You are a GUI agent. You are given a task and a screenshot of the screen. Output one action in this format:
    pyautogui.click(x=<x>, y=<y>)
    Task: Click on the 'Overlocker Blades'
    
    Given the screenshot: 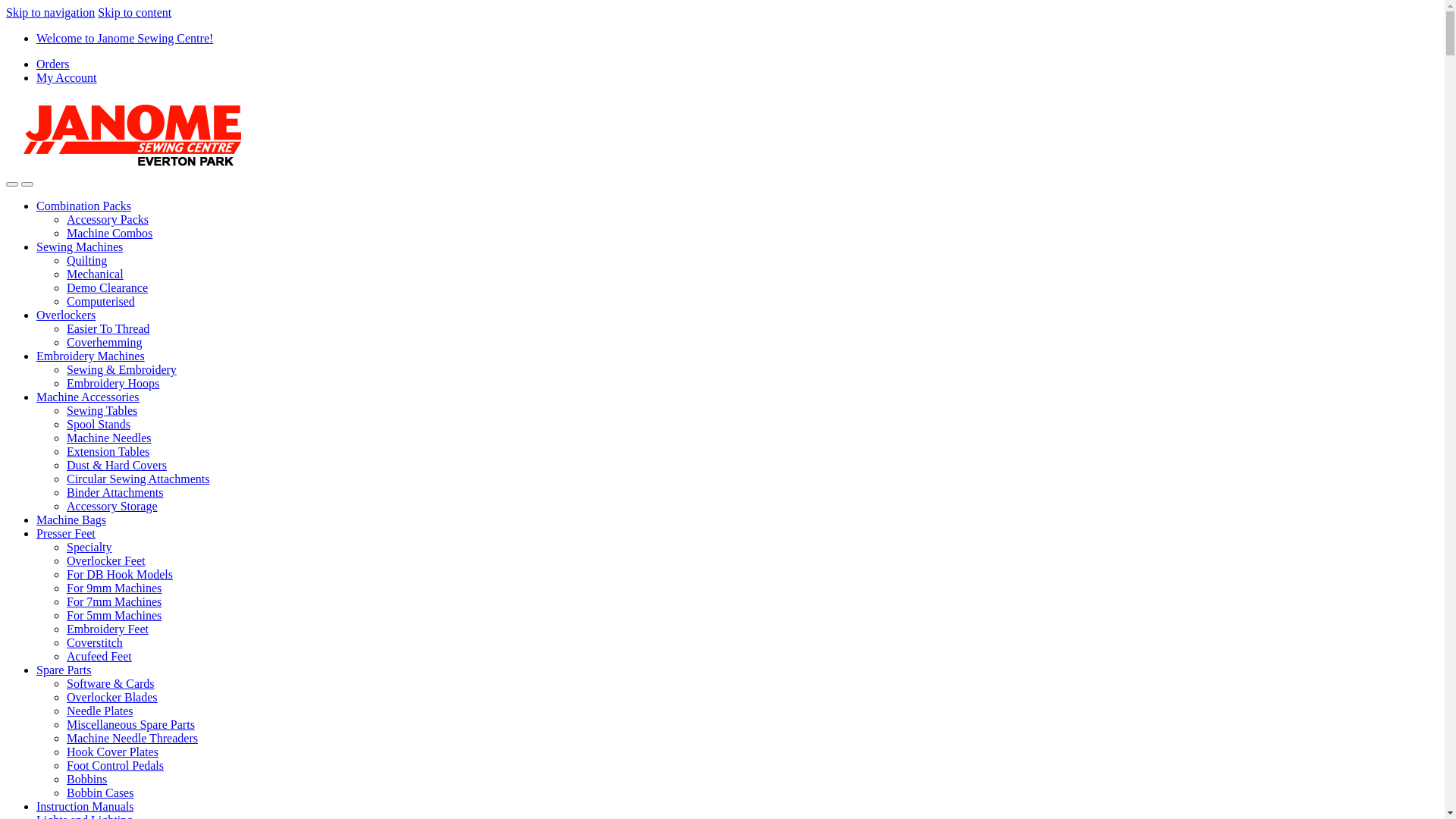 What is the action you would take?
    pyautogui.click(x=111, y=697)
    